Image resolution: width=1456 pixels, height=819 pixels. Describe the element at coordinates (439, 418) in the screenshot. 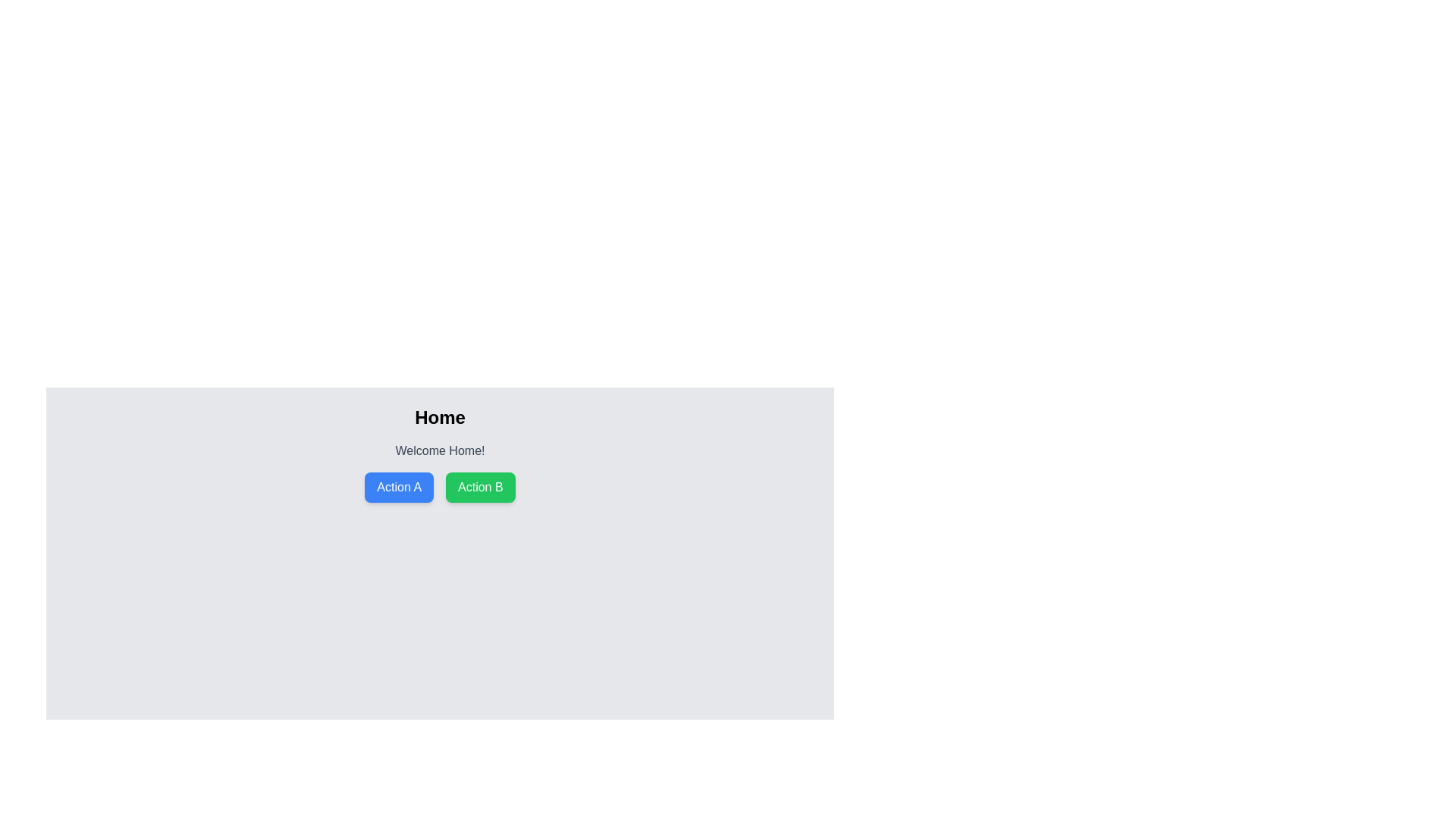

I see `the bold and enlarged 'Home' heading element, which is centered within a light gray background and positioned above the text 'Welcome Home!'` at that location.